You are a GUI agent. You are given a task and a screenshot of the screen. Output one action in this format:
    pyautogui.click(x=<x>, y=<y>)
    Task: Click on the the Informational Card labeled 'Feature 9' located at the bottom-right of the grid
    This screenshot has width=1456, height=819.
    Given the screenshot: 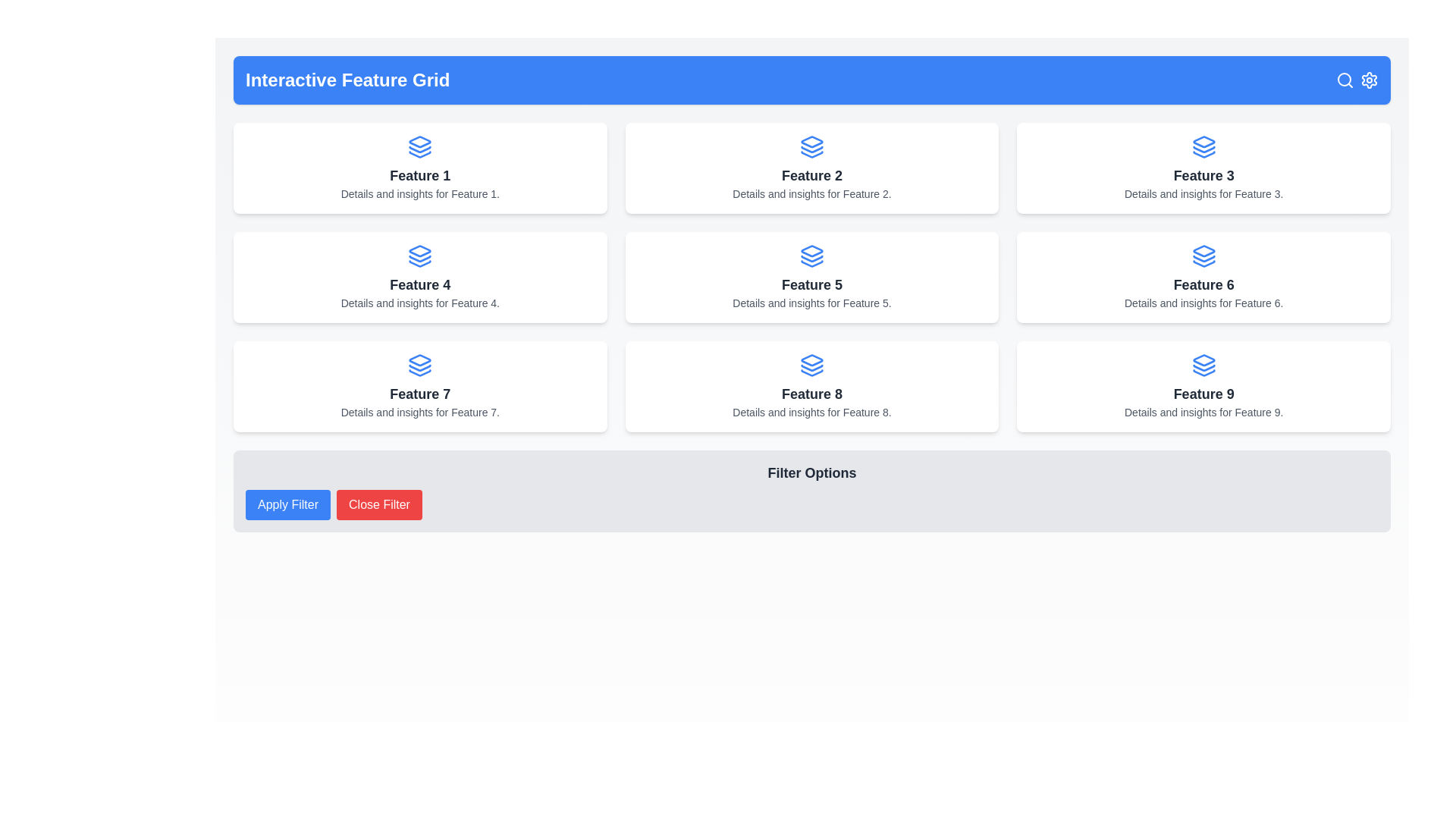 What is the action you would take?
    pyautogui.click(x=1203, y=385)
    